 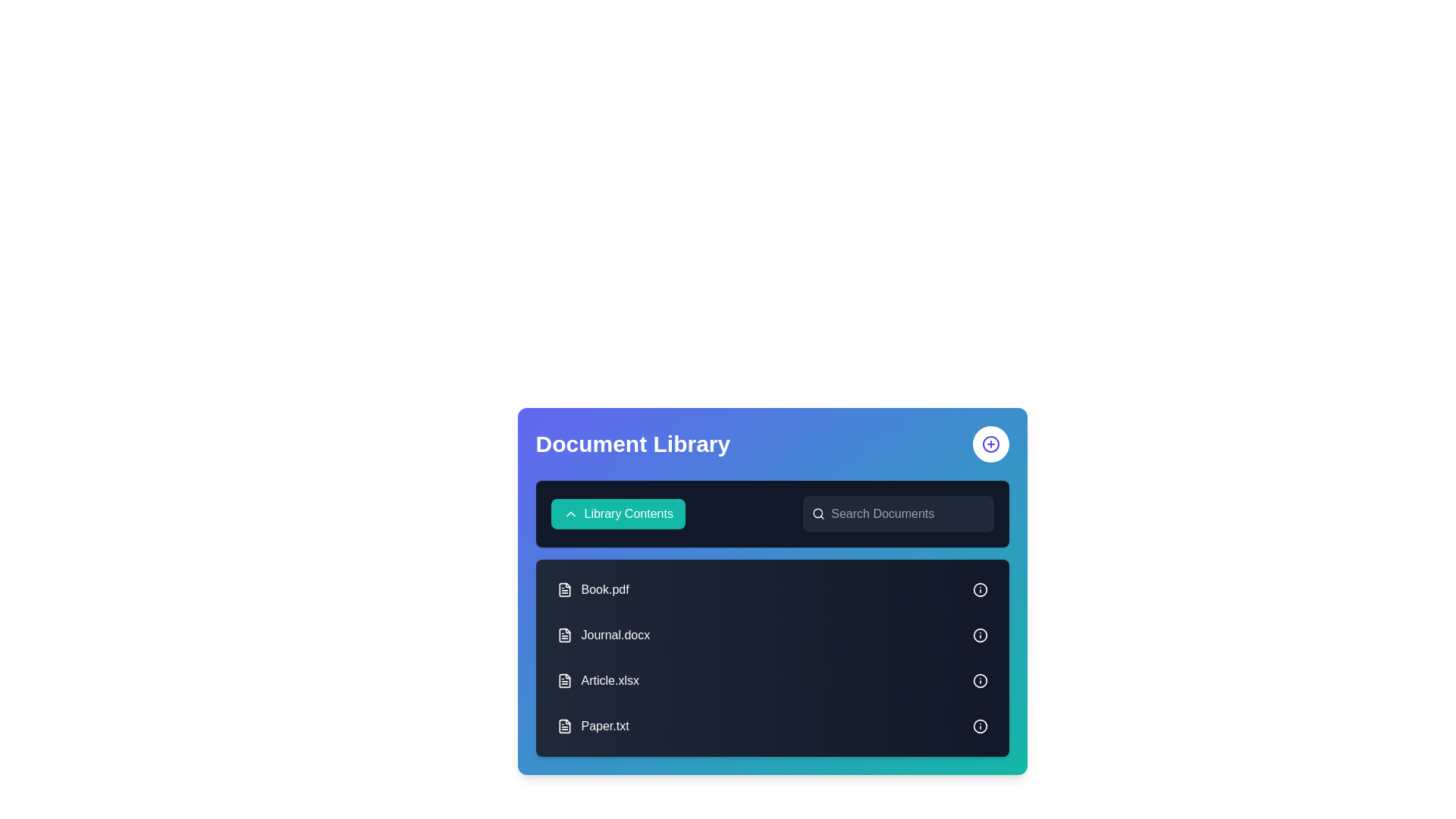 What do you see at coordinates (908, 513) in the screenshot?
I see `the search bar input field with the placeholder text 'Search Documents' to indicate interactivity` at bounding box center [908, 513].